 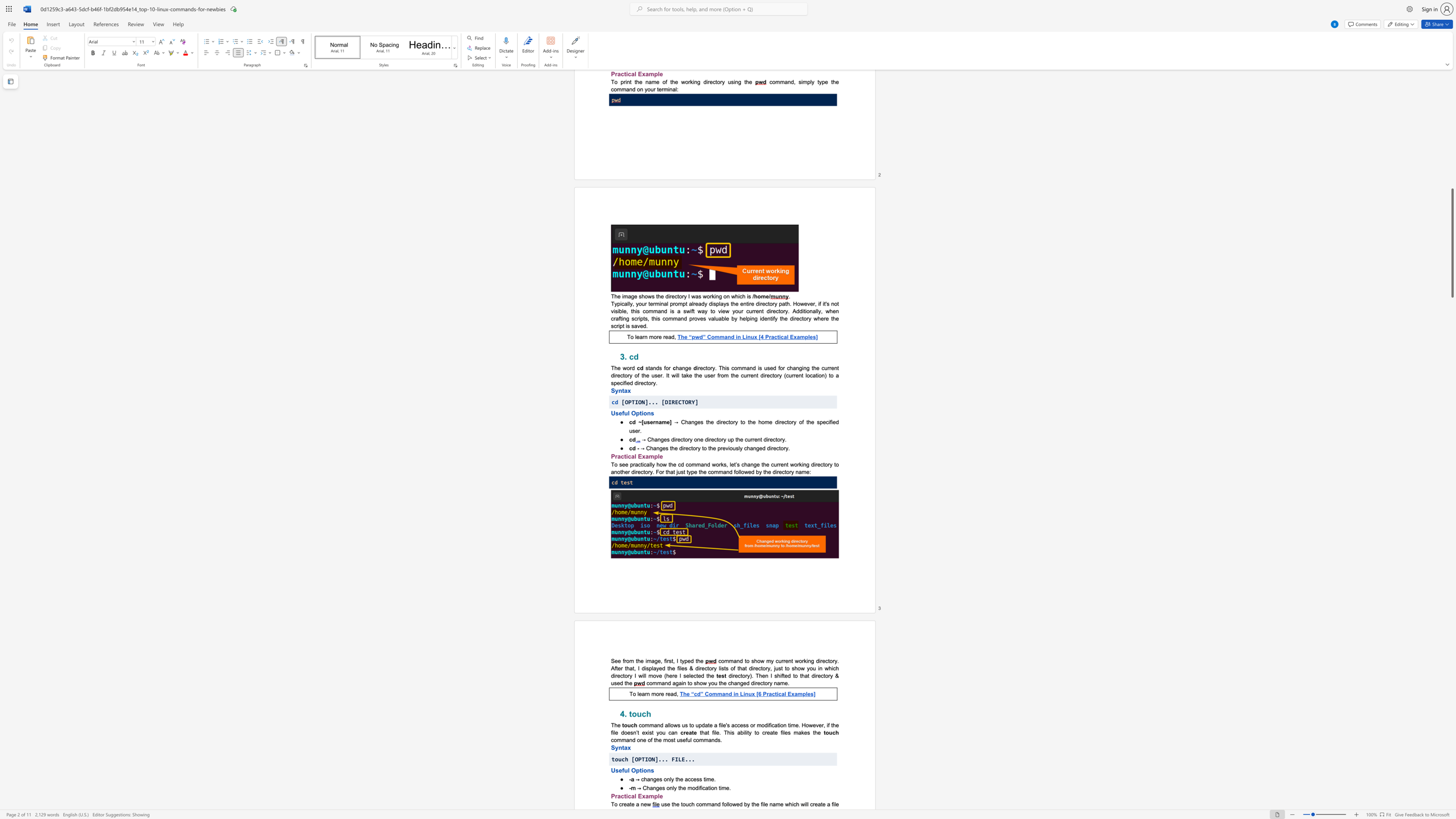 What do you see at coordinates (681, 464) in the screenshot?
I see `the subset text "d command work" within the text "the cd command works,"` at bounding box center [681, 464].